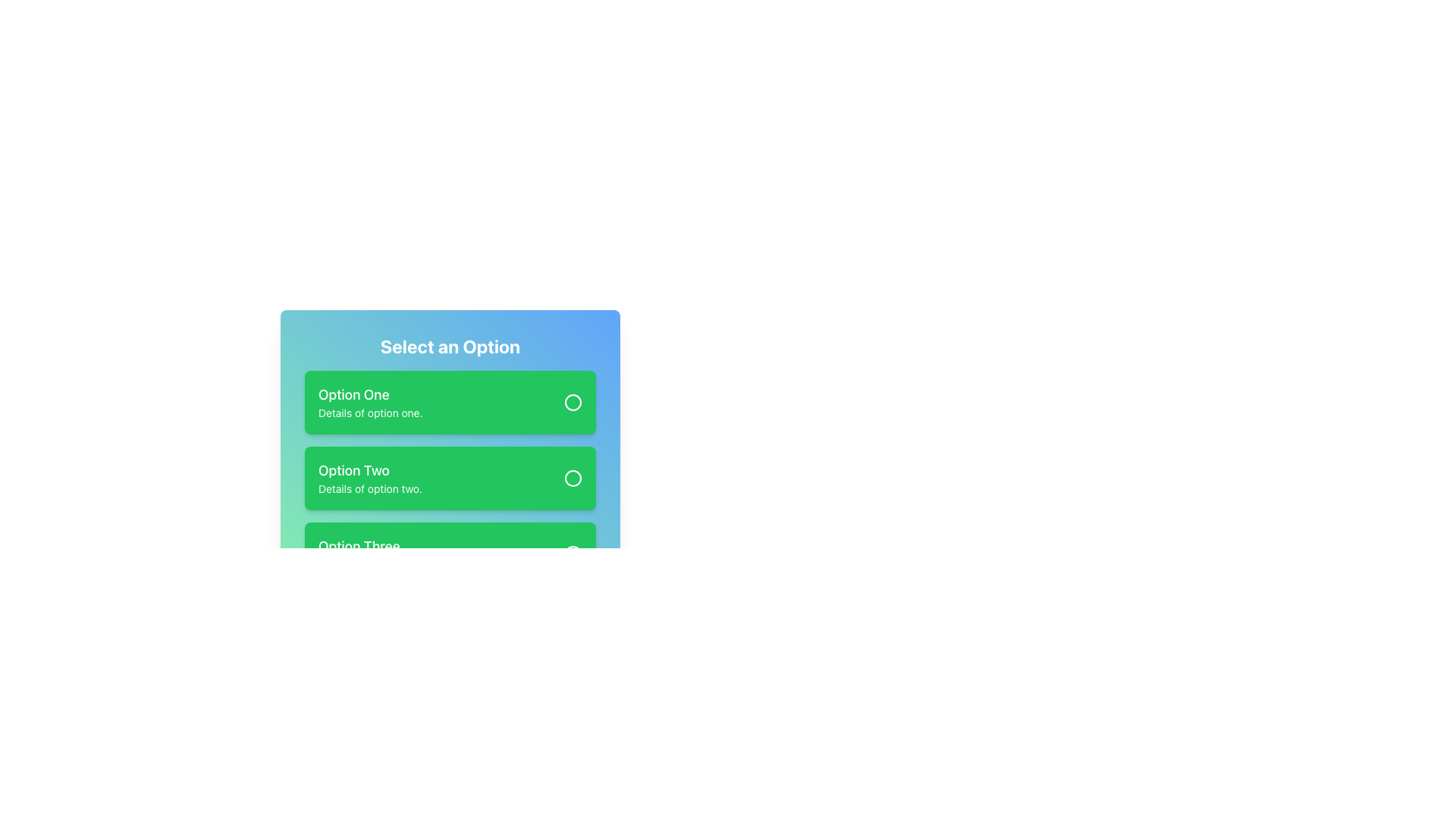  What do you see at coordinates (572, 479) in the screenshot?
I see `the radio button for 'Option Two'` at bounding box center [572, 479].